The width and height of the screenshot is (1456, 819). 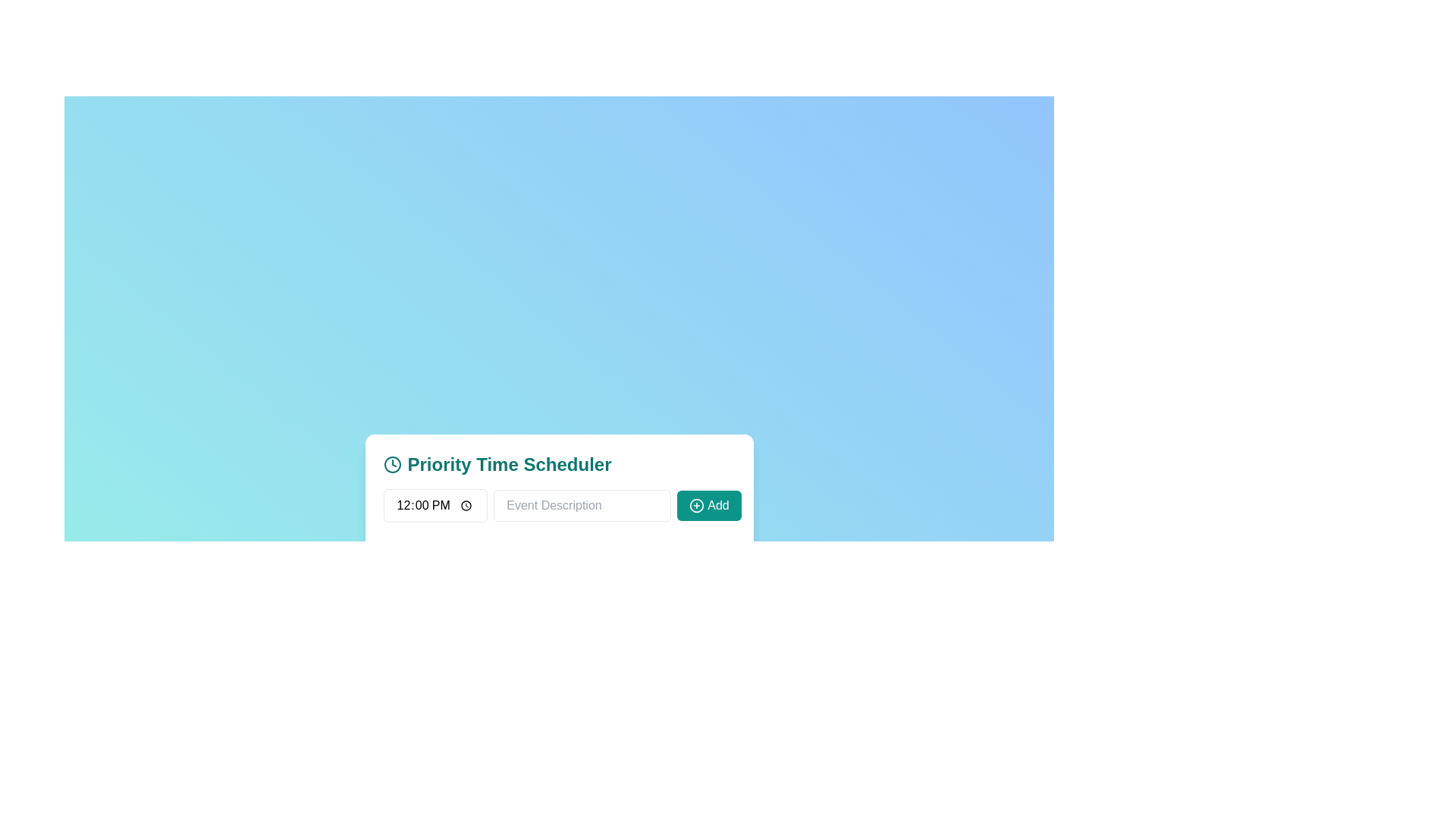 What do you see at coordinates (708, 506) in the screenshot?
I see `the 'Add' button with a teal background and rounded corners` at bounding box center [708, 506].